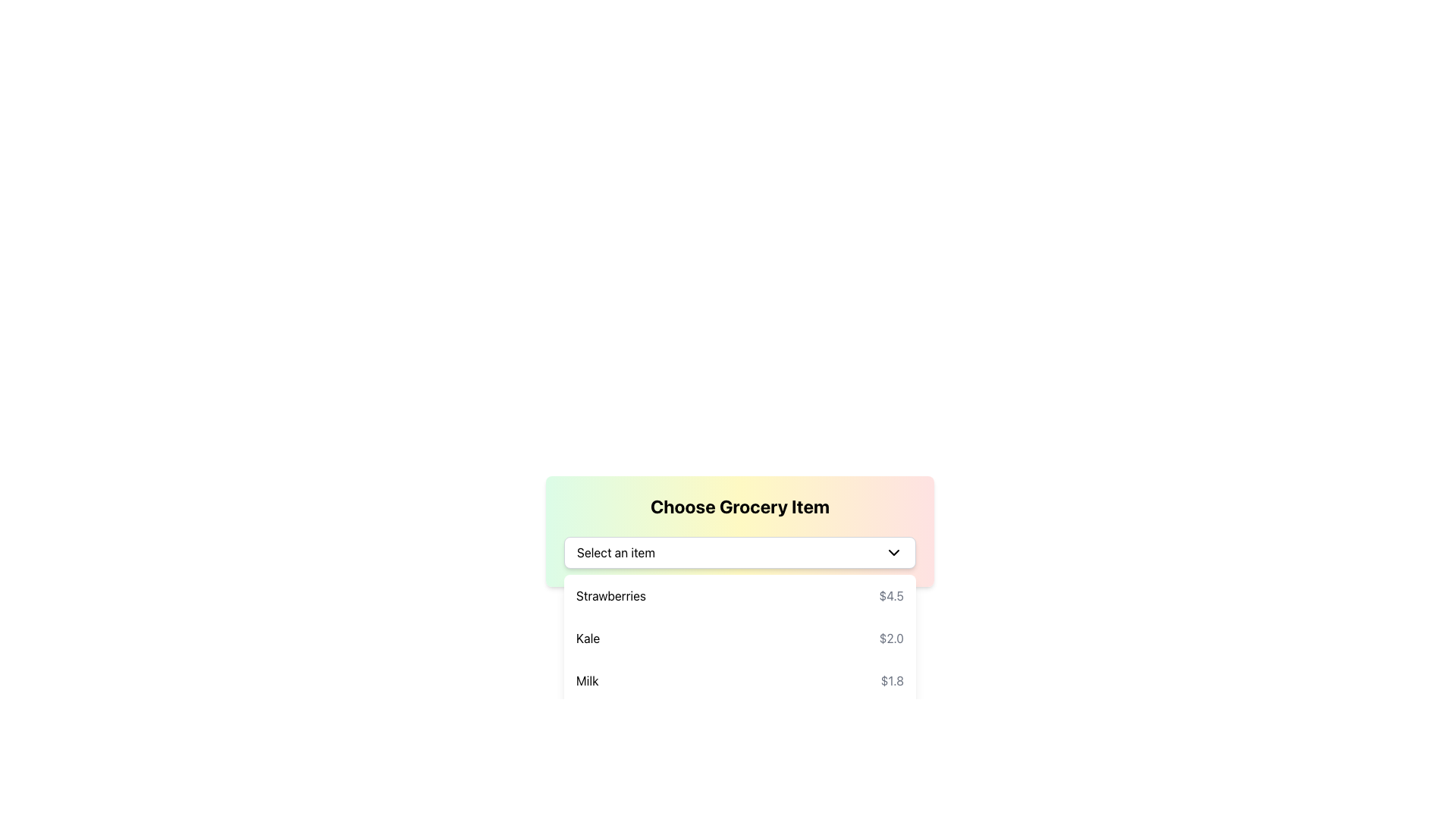 This screenshot has height=819, width=1456. I want to click on the price label displaying '$1.8' for the 'Milk' item, which is styled in gray and aligned with other price elements, so click(892, 680).